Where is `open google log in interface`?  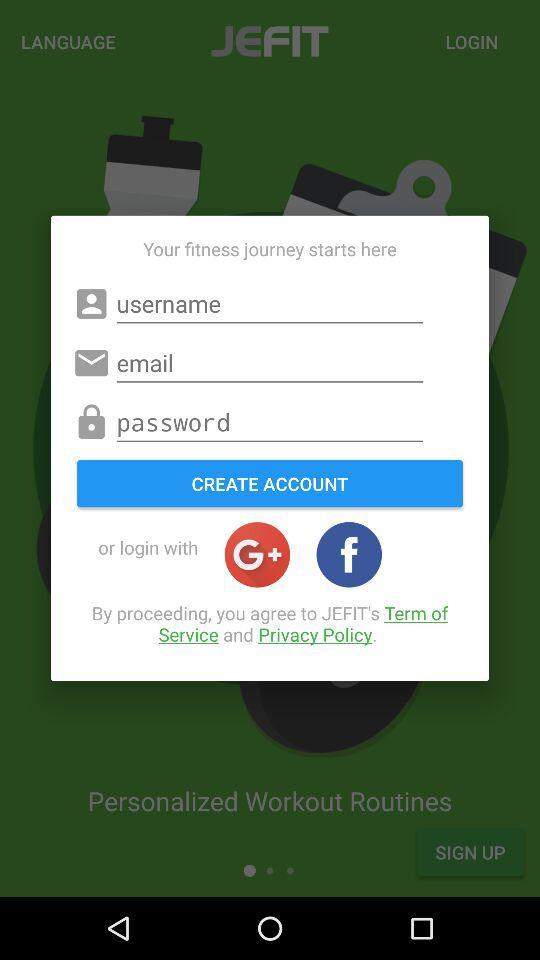
open google log in interface is located at coordinates (257, 554).